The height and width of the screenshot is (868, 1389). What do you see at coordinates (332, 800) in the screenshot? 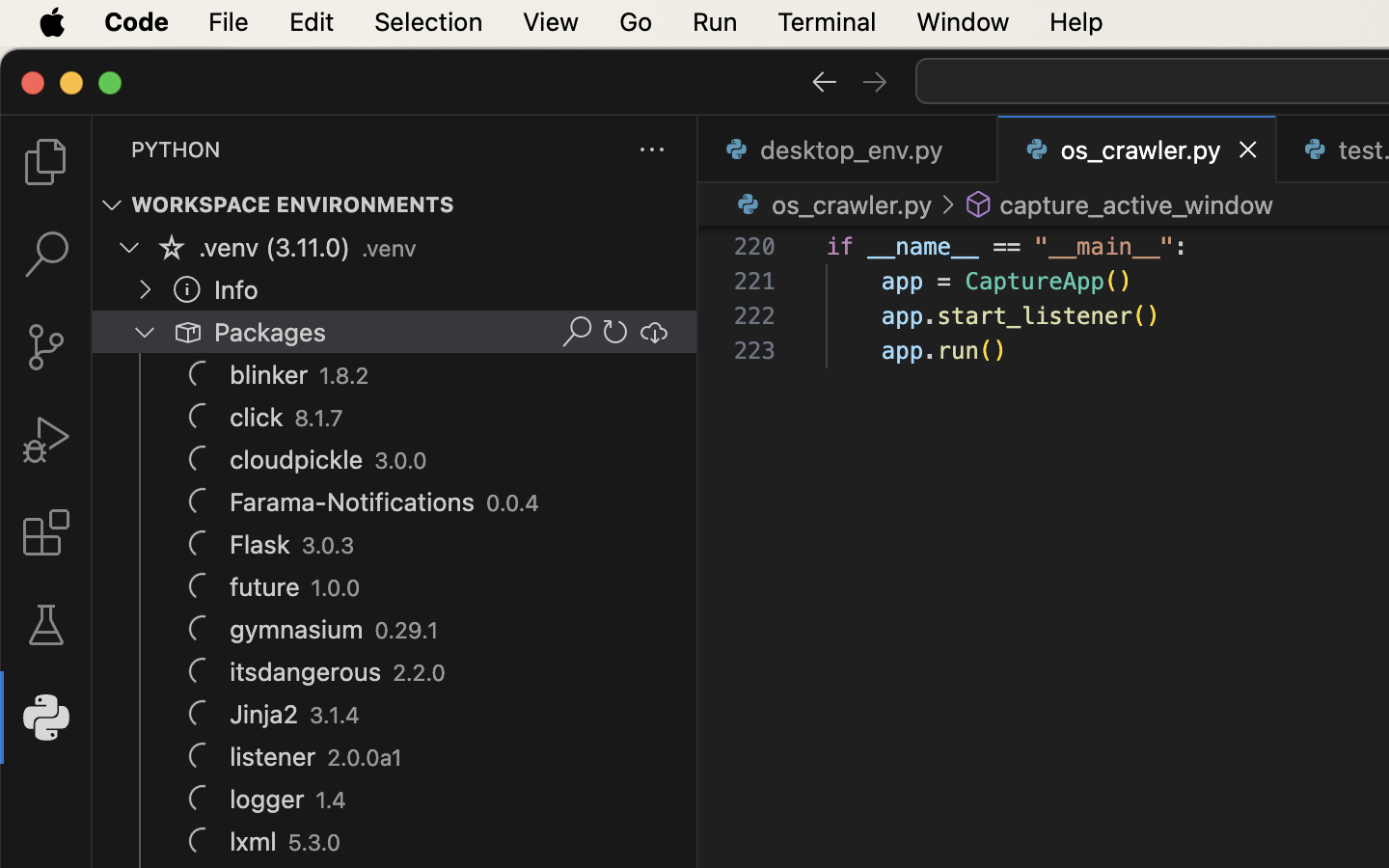
I see `'1.4'` at bounding box center [332, 800].